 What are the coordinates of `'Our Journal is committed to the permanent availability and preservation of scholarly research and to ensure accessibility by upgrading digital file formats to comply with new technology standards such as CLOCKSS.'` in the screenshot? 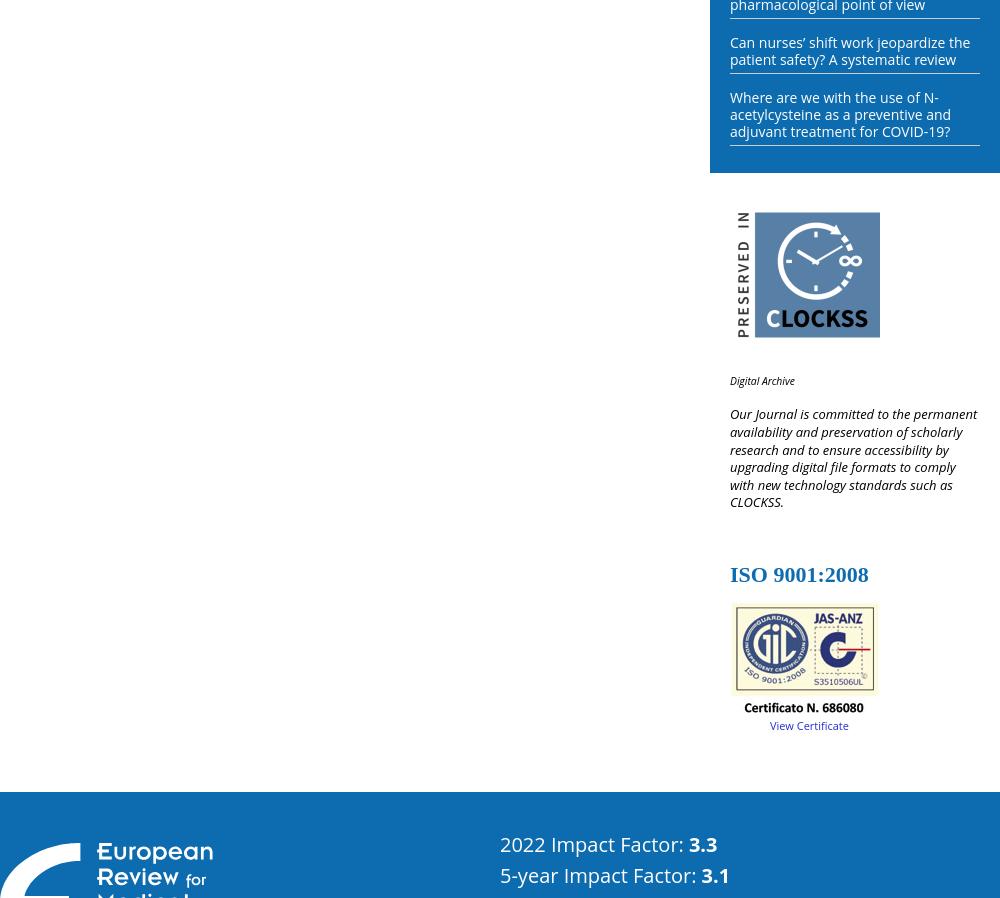 It's located at (852, 456).